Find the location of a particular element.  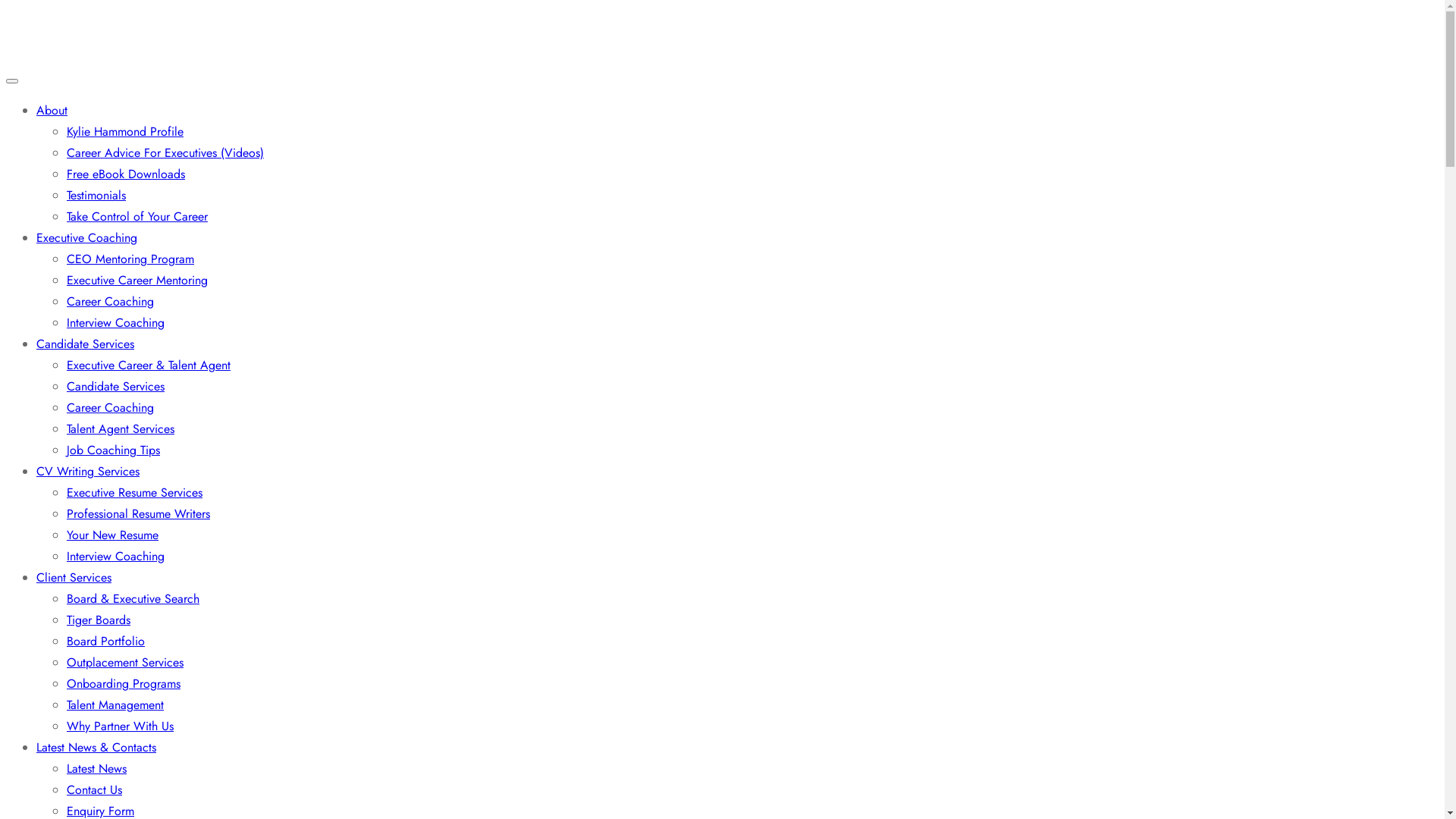

'Career Coaching' is located at coordinates (109, 406).